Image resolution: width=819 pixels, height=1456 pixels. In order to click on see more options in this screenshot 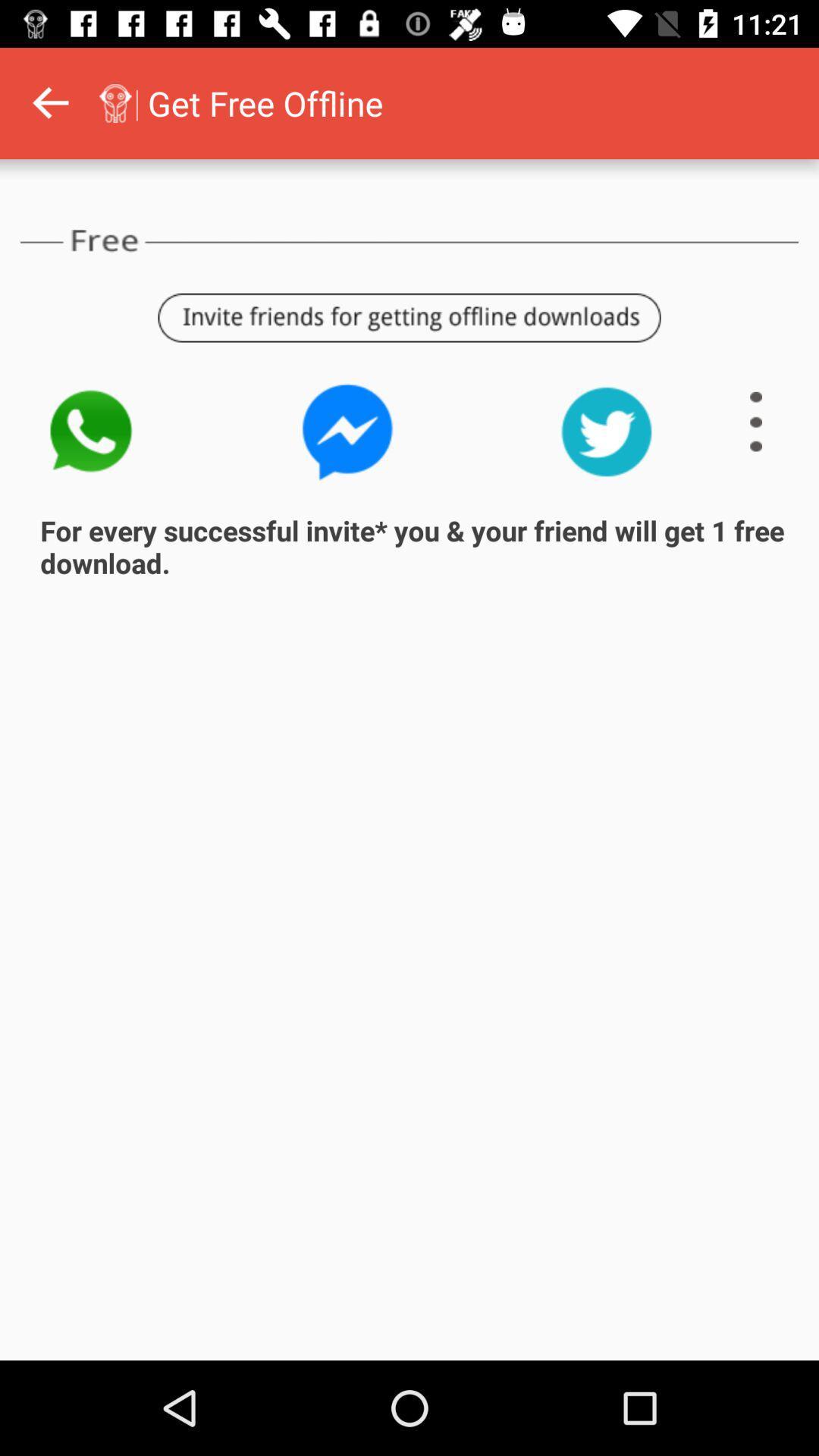, I will do `click(756, 422)`.